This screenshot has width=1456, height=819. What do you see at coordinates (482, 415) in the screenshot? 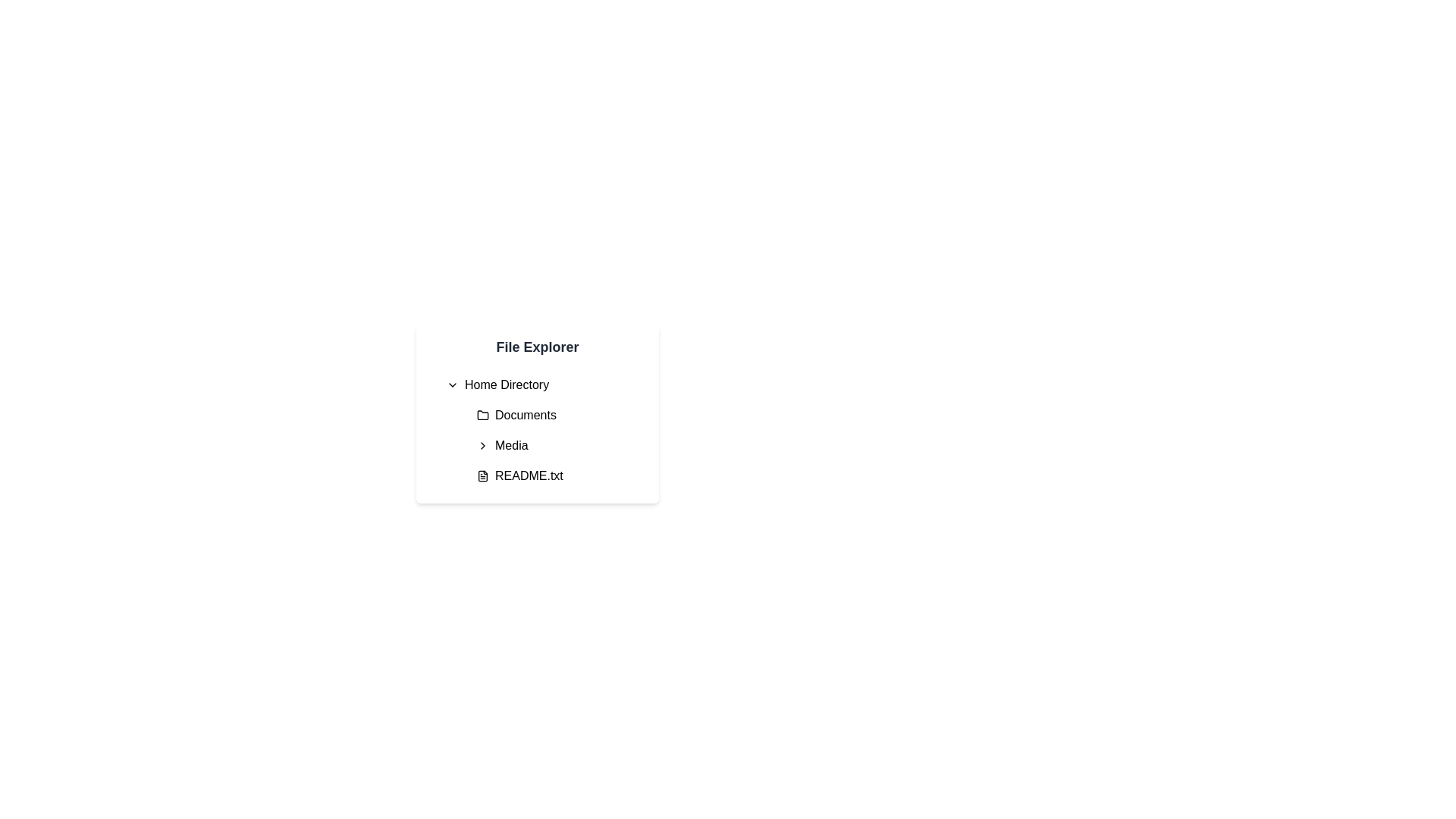
I see `the folder icon in the file explorer, which is located in the second row next to the text 'Documents'` at bounding box center [482, 415].